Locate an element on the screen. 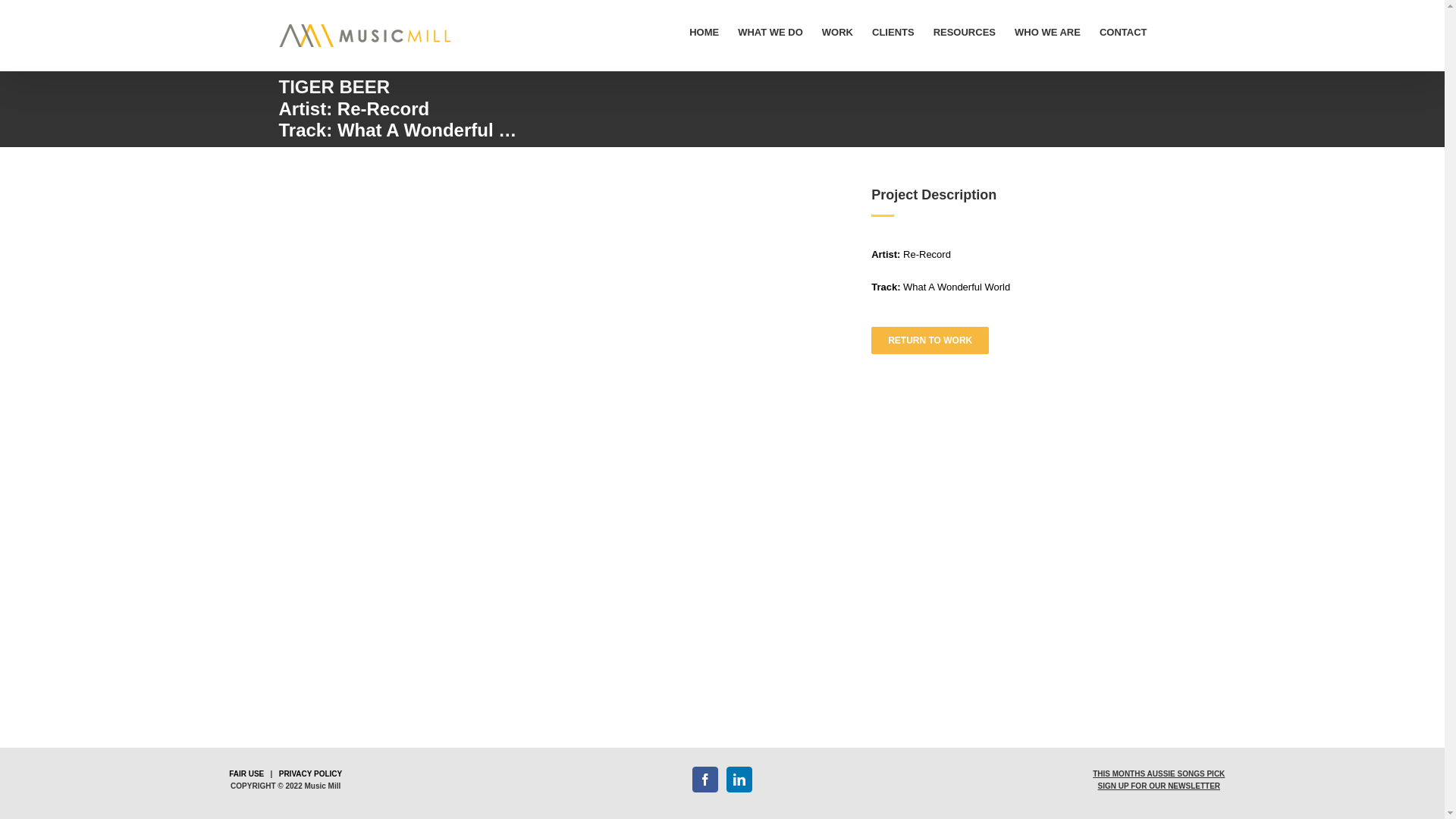  'HOME' is located at coordinates (703, 32).